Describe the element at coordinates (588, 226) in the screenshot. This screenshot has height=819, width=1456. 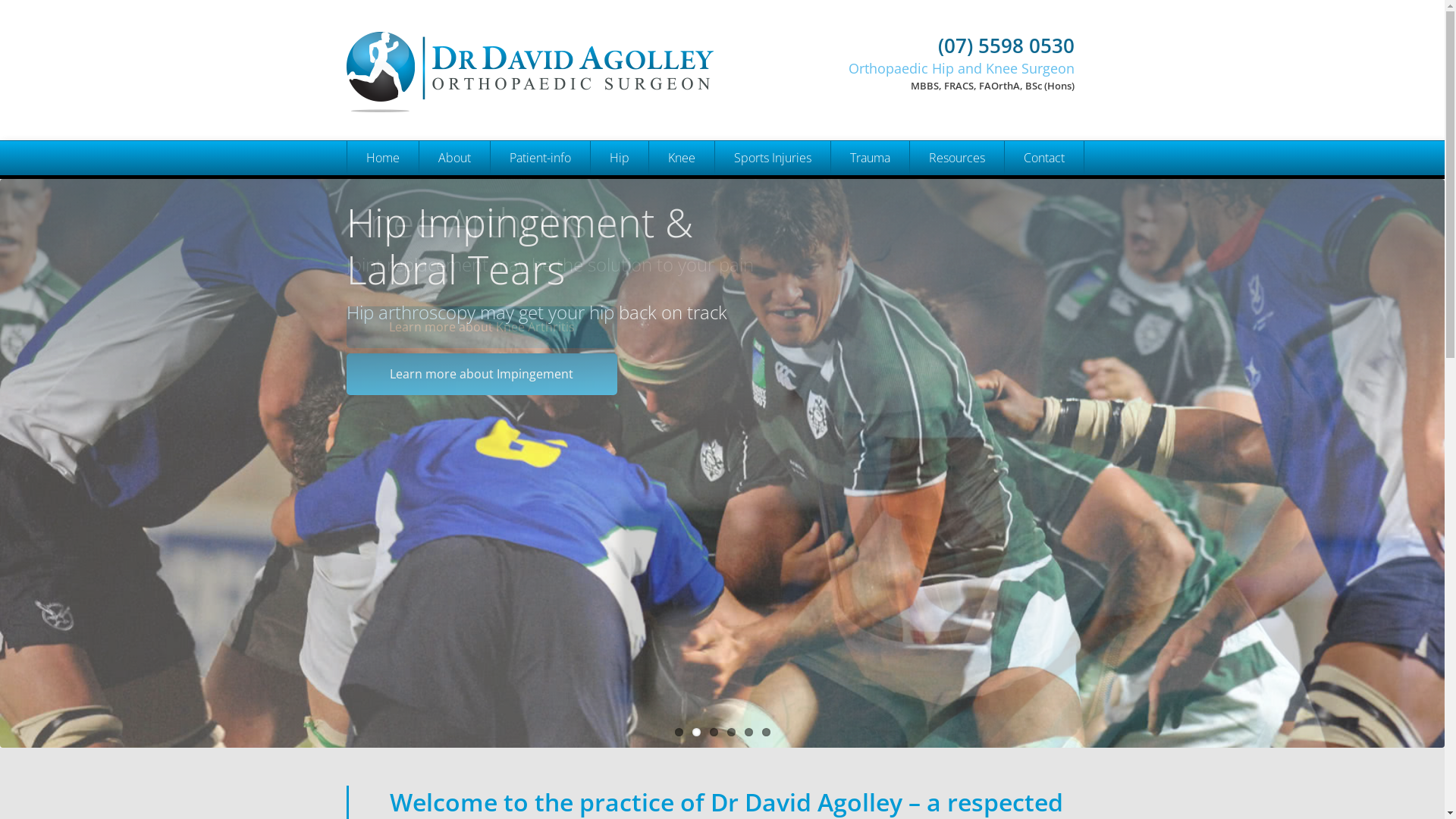
I see `'Hip Replacement'` at that location.